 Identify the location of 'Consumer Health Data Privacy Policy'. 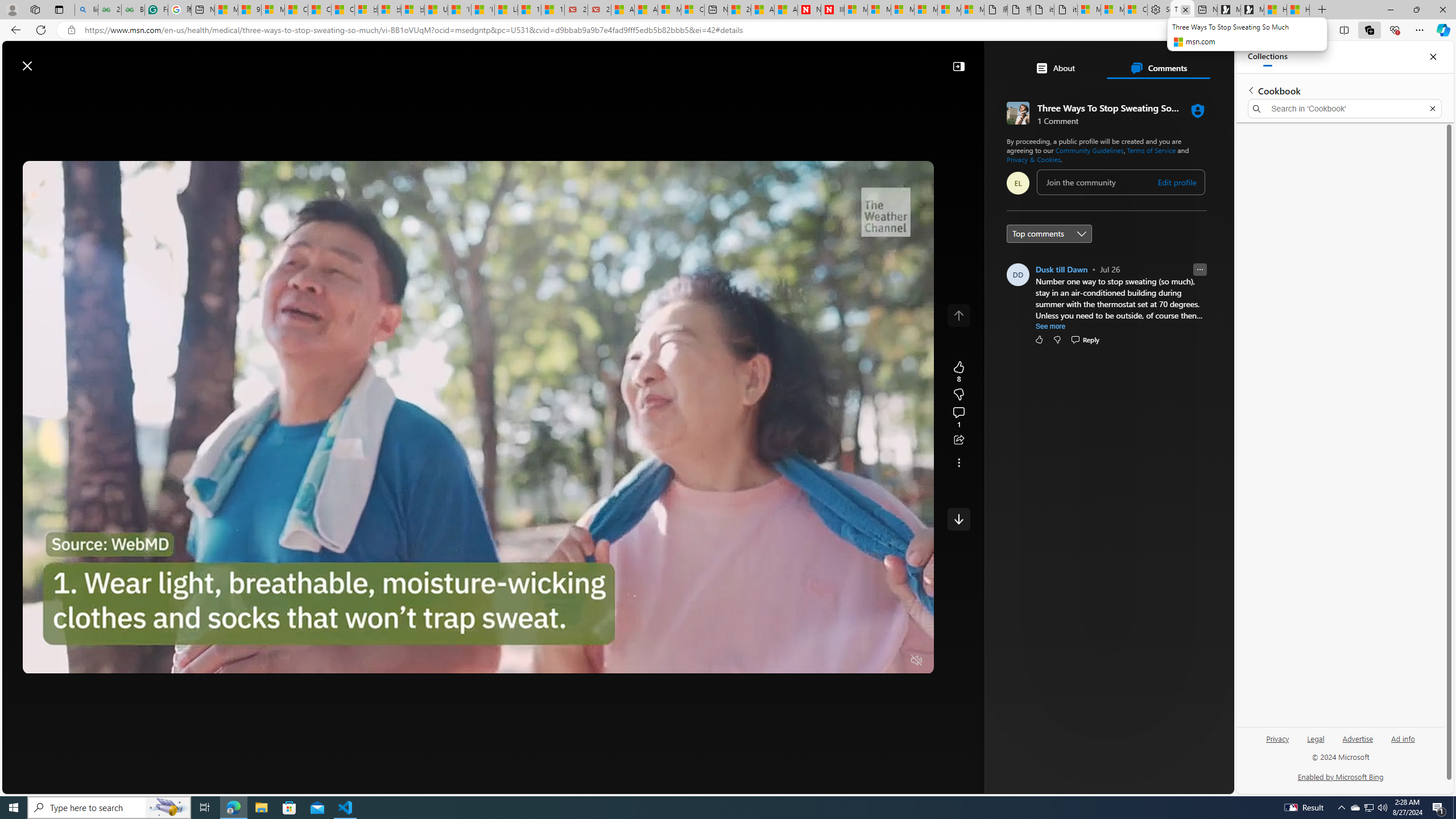
(1135, 9).